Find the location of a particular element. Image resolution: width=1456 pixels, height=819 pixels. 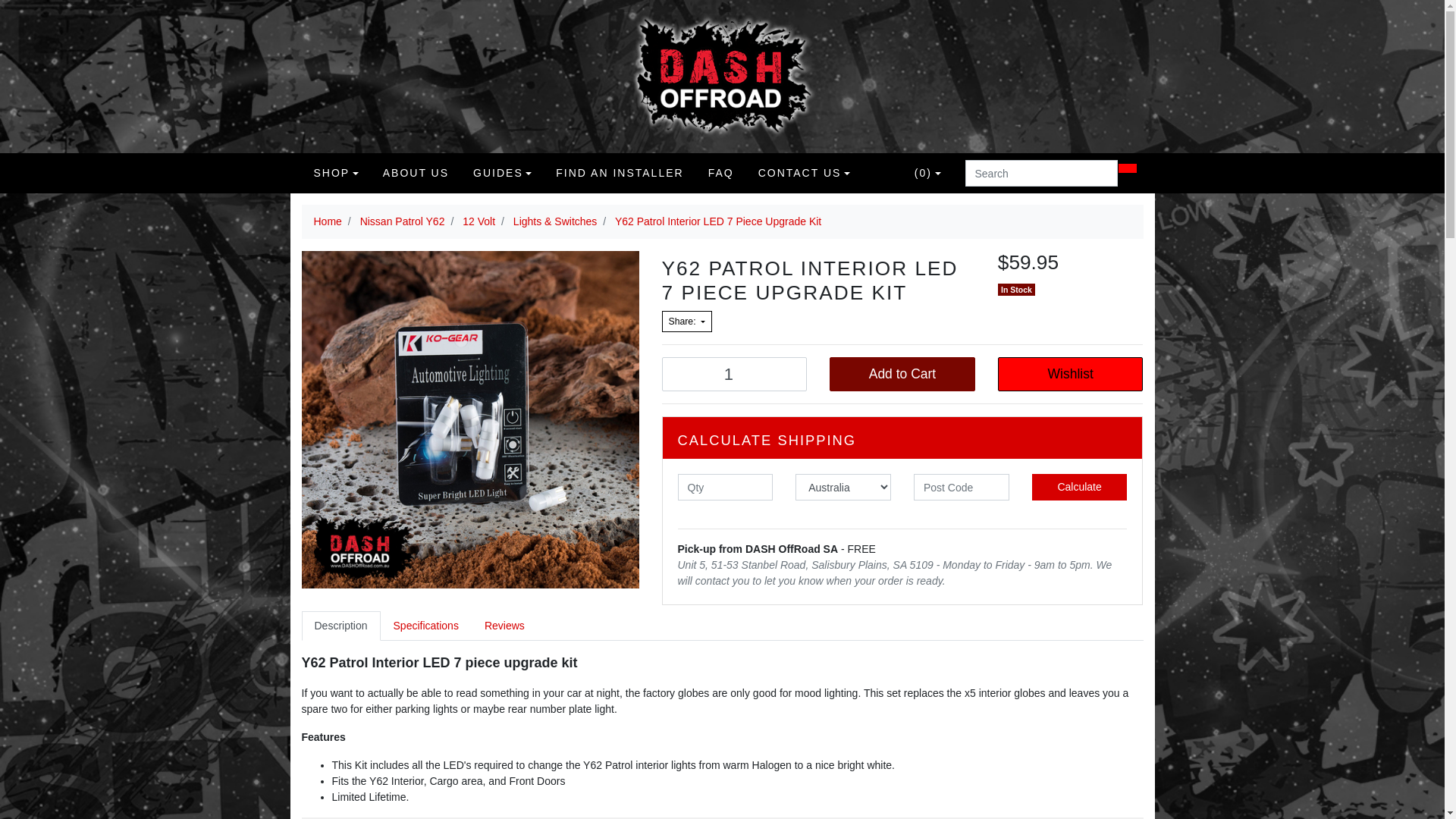

'Share:' is located at coordinates (686, 321).